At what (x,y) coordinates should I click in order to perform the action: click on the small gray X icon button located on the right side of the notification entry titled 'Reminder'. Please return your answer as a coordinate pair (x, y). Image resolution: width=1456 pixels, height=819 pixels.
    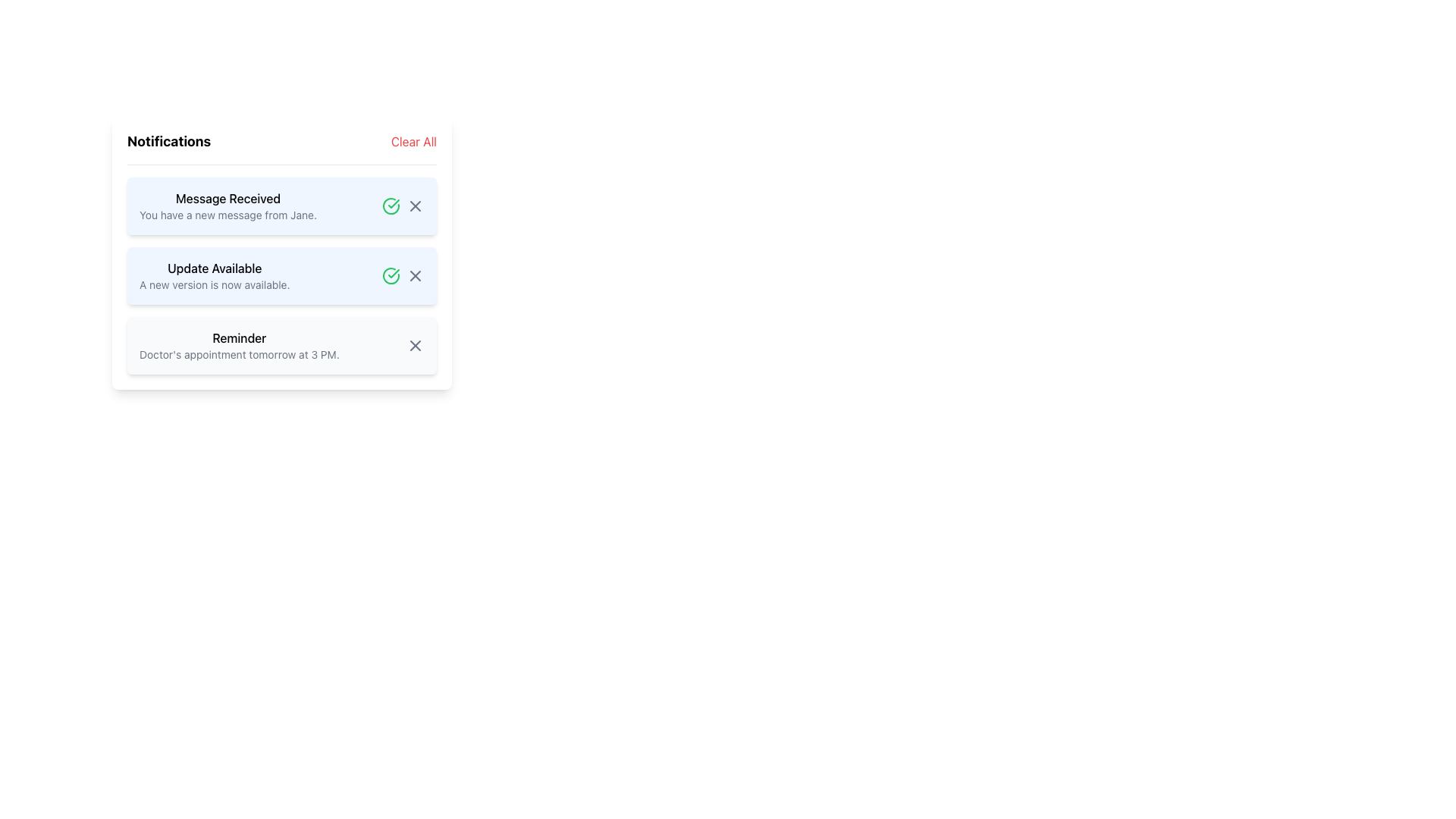
    Looking at the image, I should click on (415, 345).